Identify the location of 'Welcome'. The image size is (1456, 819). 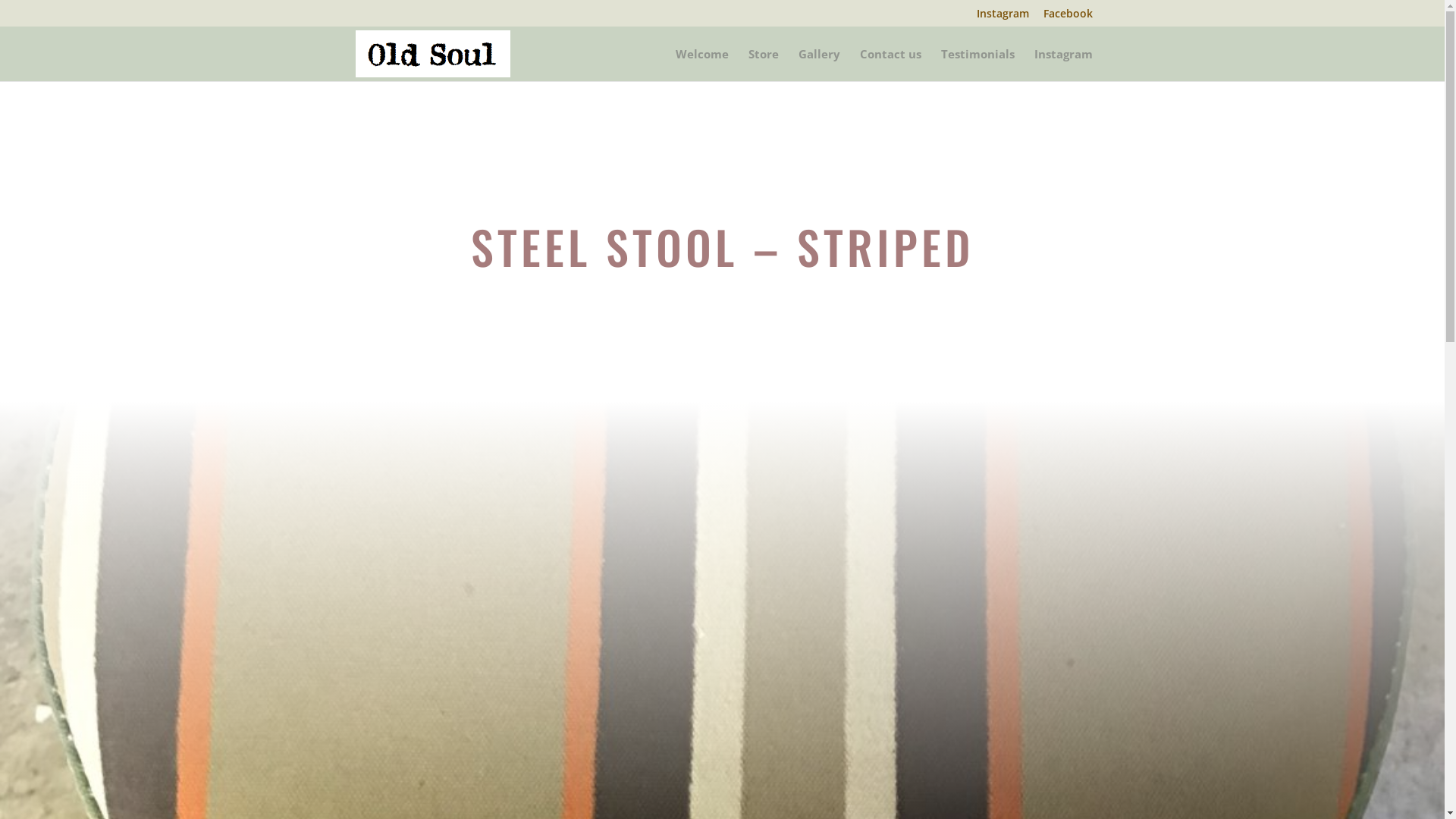
(673, 64).